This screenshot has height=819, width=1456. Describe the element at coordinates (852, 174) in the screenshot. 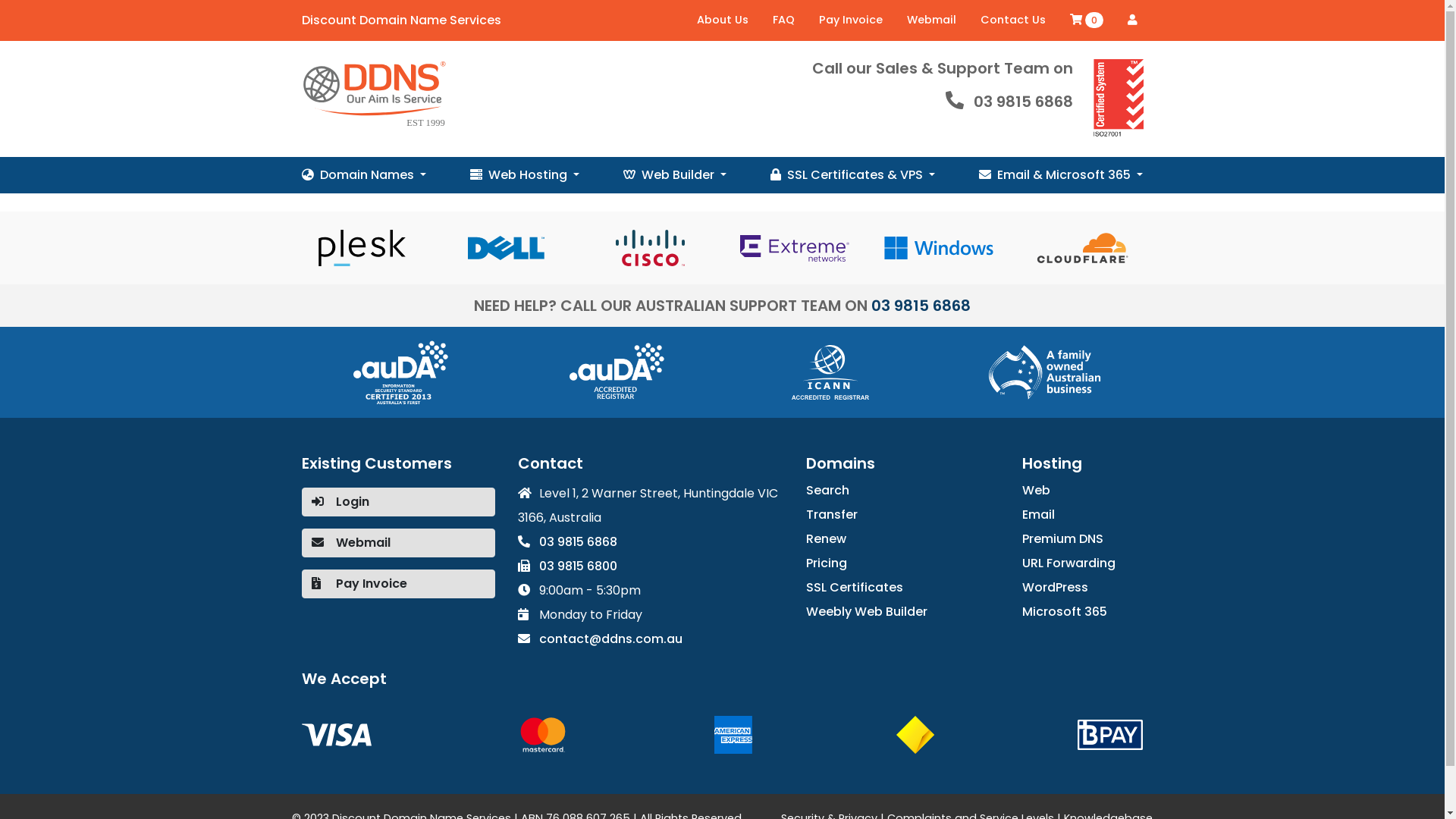

I see `'SSL Certificates & VPS'` at that location.